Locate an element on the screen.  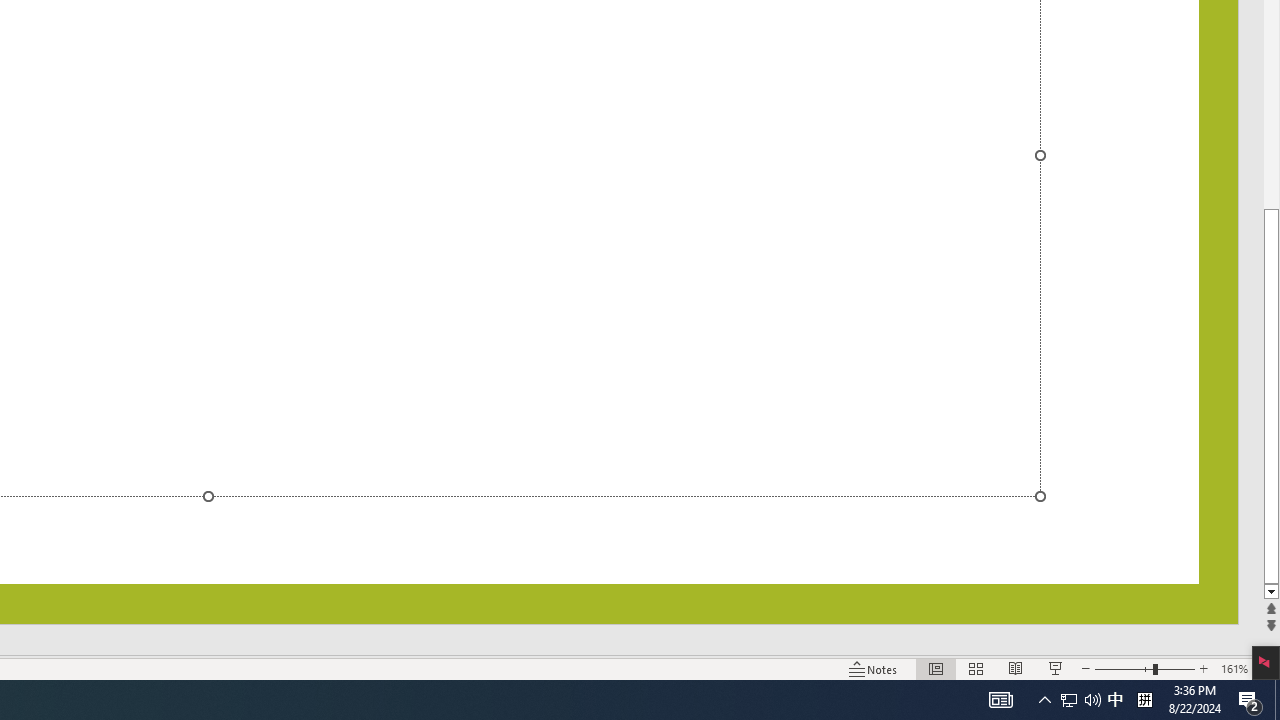
'Zoom In' is located at coordinates (1203, 669).